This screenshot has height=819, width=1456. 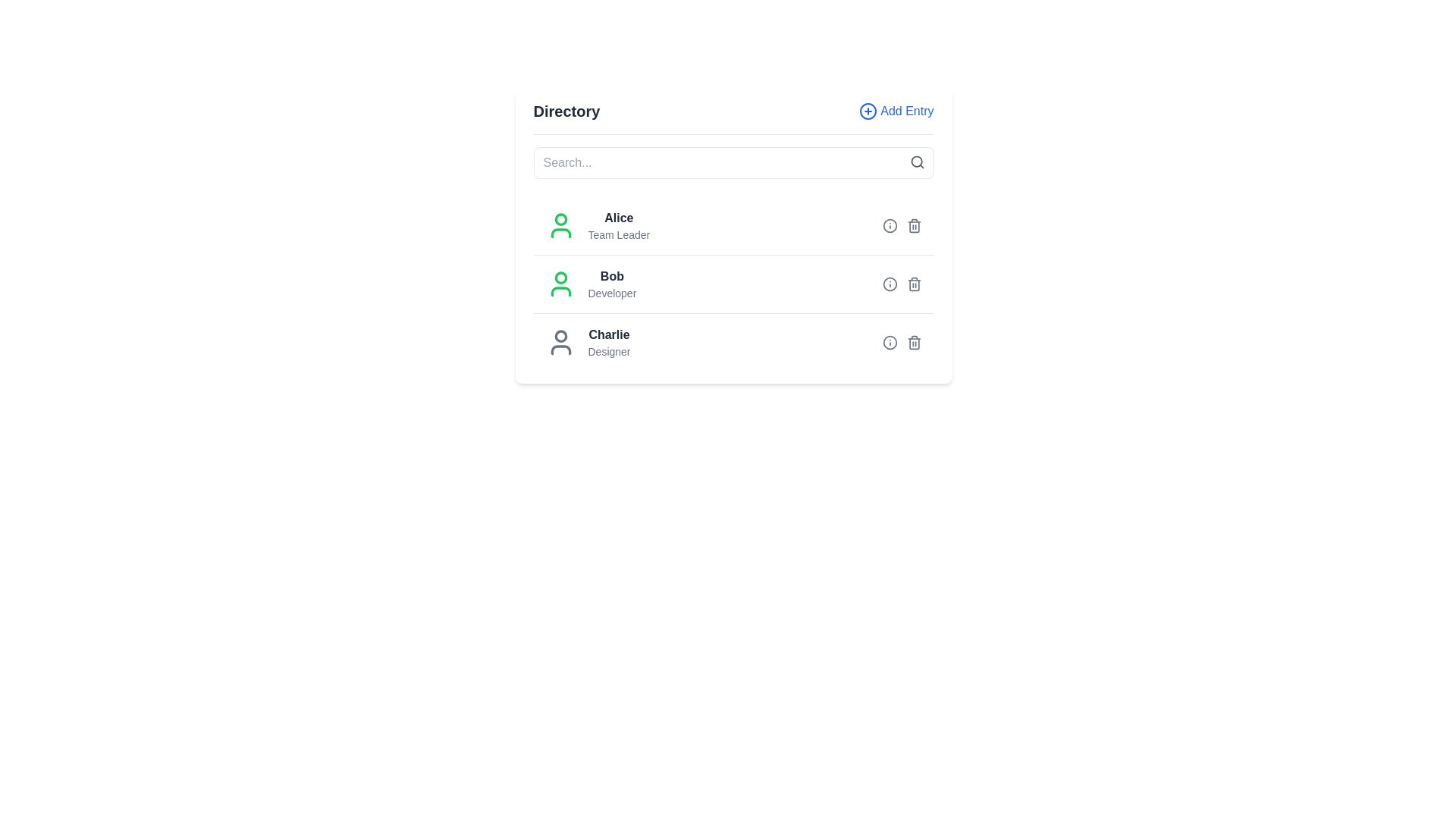 I want to click on the search icon, which is a gray magnifying glass SVG positioned inside the search bar input field, so click(x=916, y=162).